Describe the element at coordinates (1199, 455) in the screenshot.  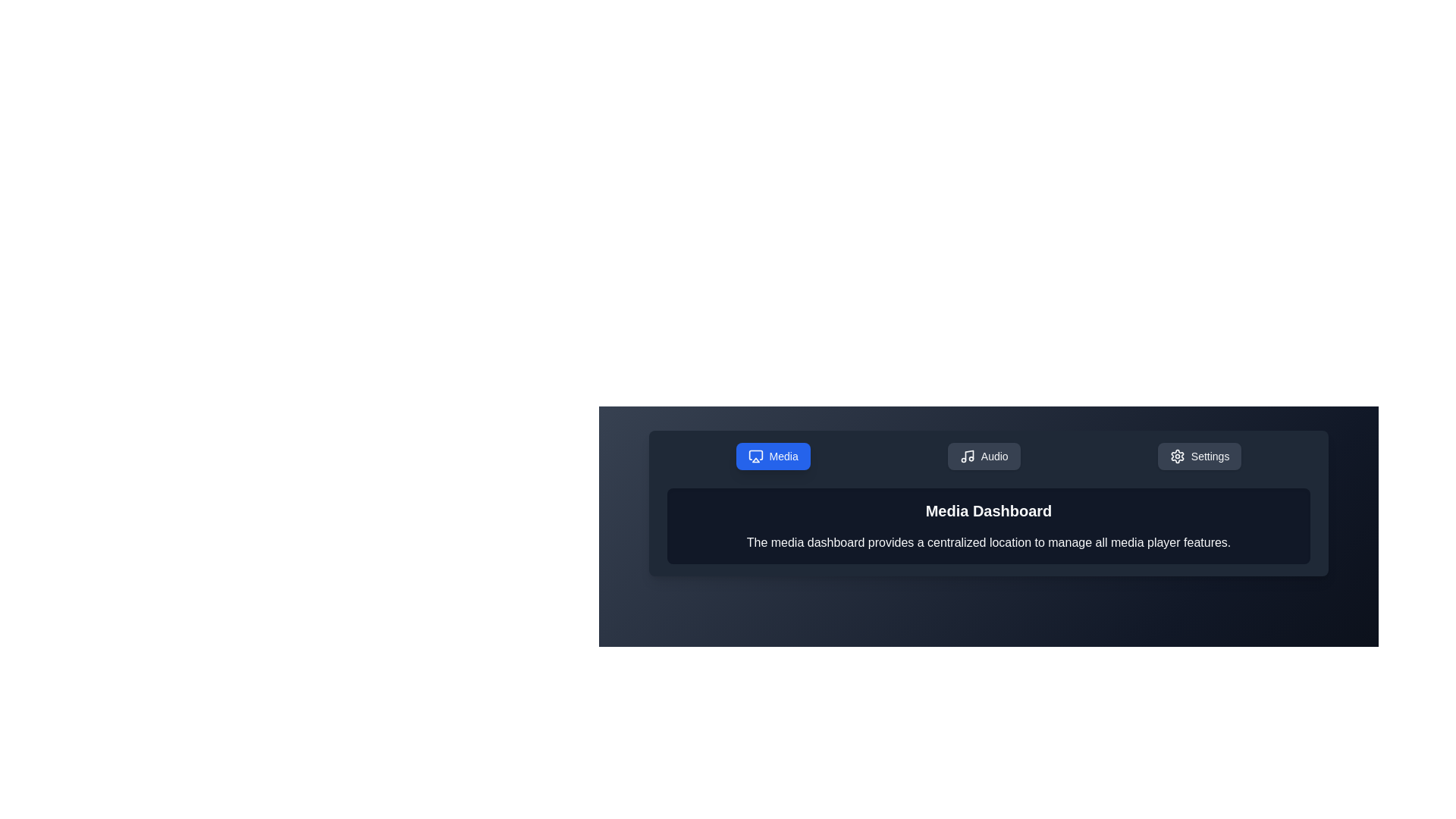
I see `the third button in the horizontal grouping at the top-right corner of the interface` at that location.